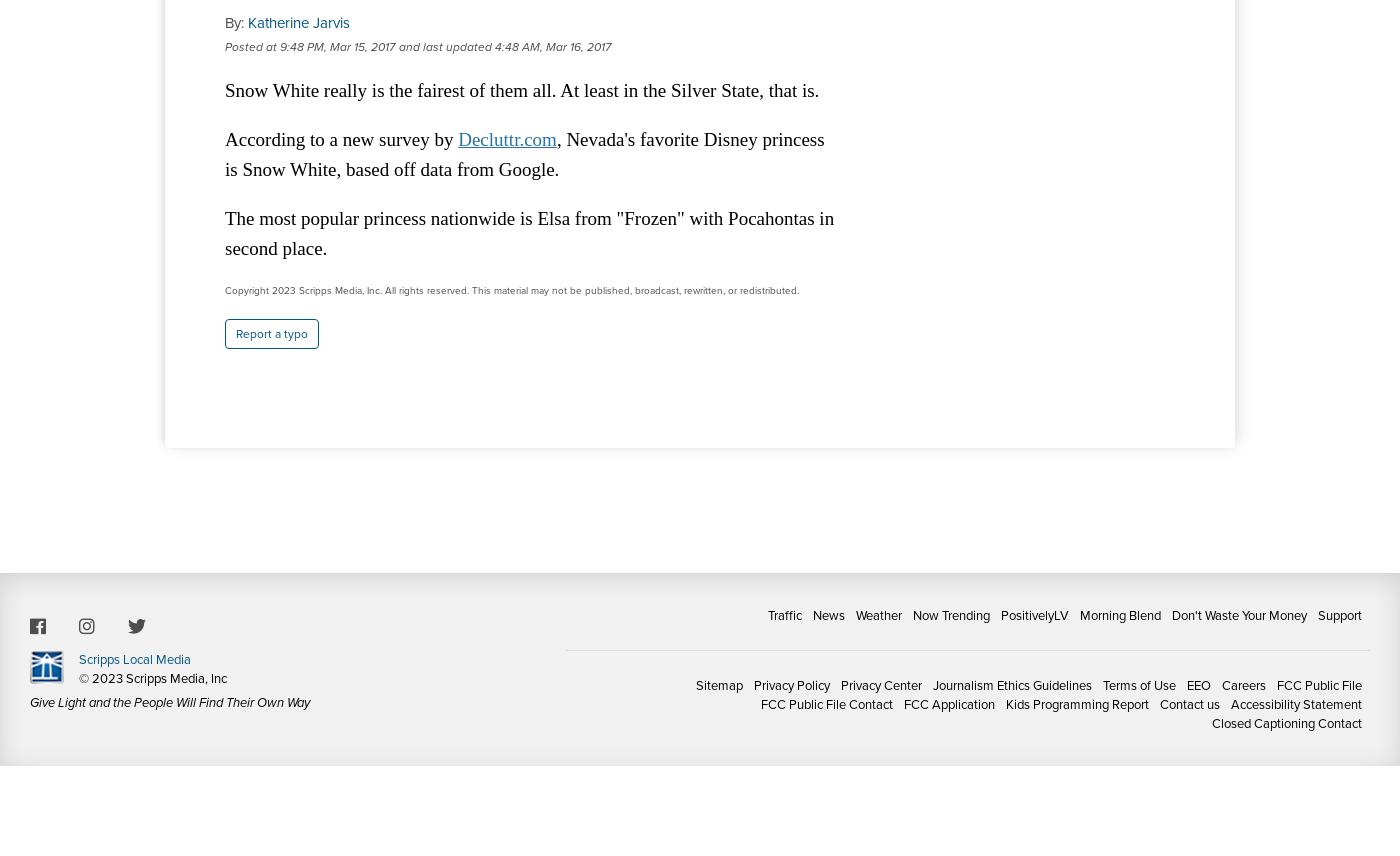  I want to click on 'Weather', so click(879, 614).